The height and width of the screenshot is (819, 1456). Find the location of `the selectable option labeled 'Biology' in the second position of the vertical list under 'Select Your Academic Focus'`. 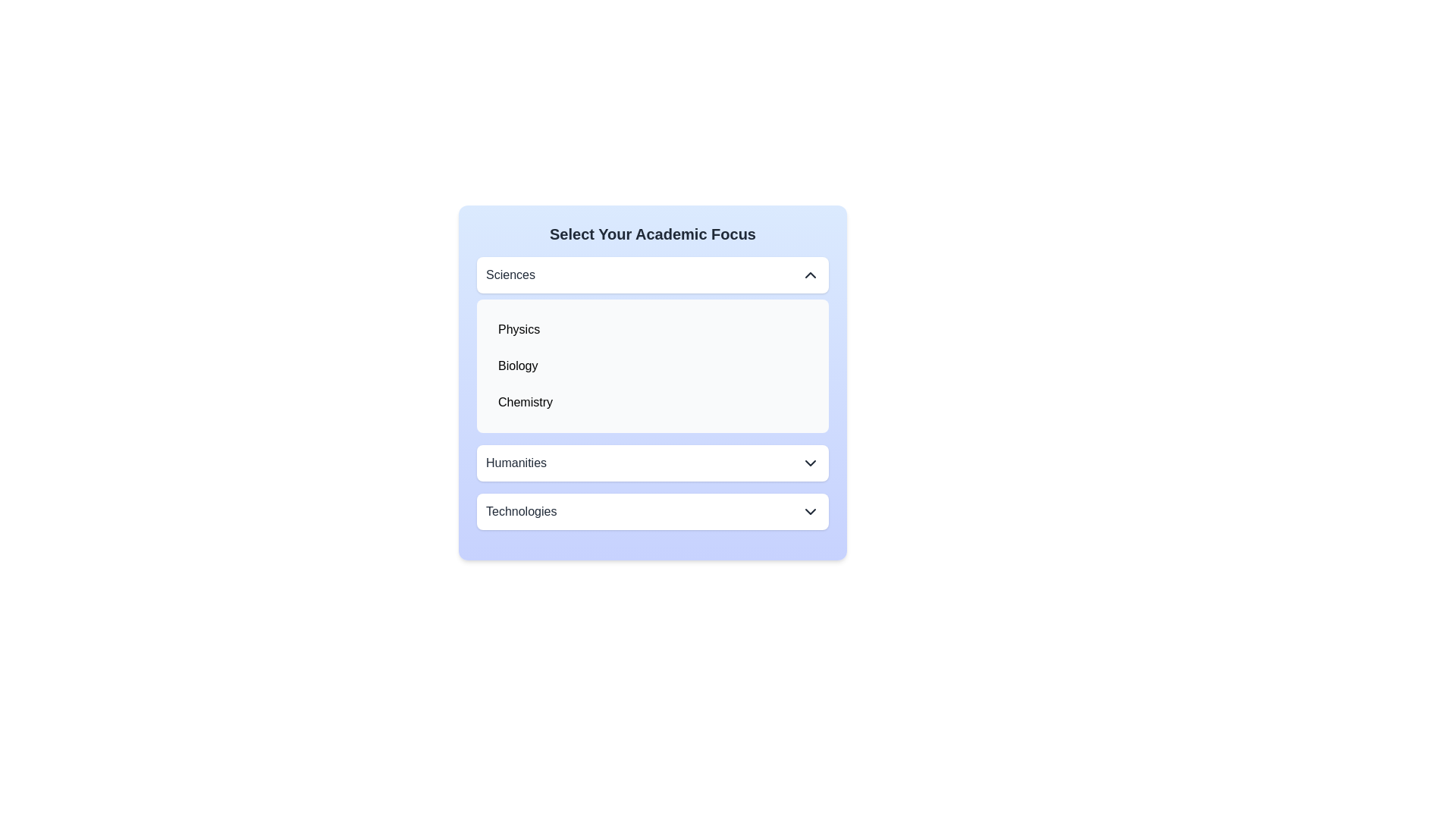

the selectable option labeled 'Biology' in the second position of the vertical list under 'Select Your Academic Focus' is located at coordinates (652, 366).